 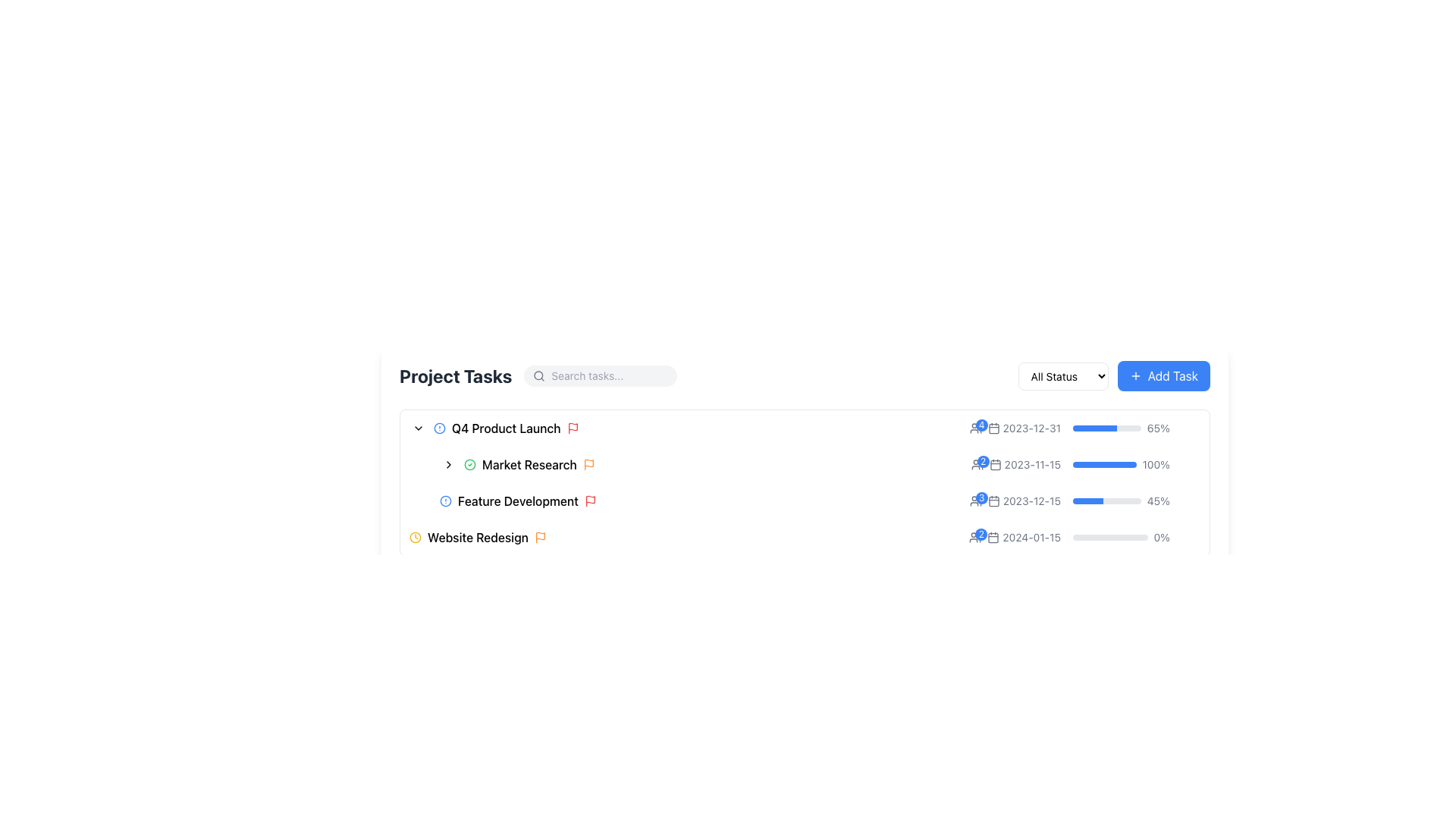 I want to click on the blue progress bar fill component representing 65% progress for the task labeled '2023-12-31', located in the third column of the task row, so click(x=1095, y=428).